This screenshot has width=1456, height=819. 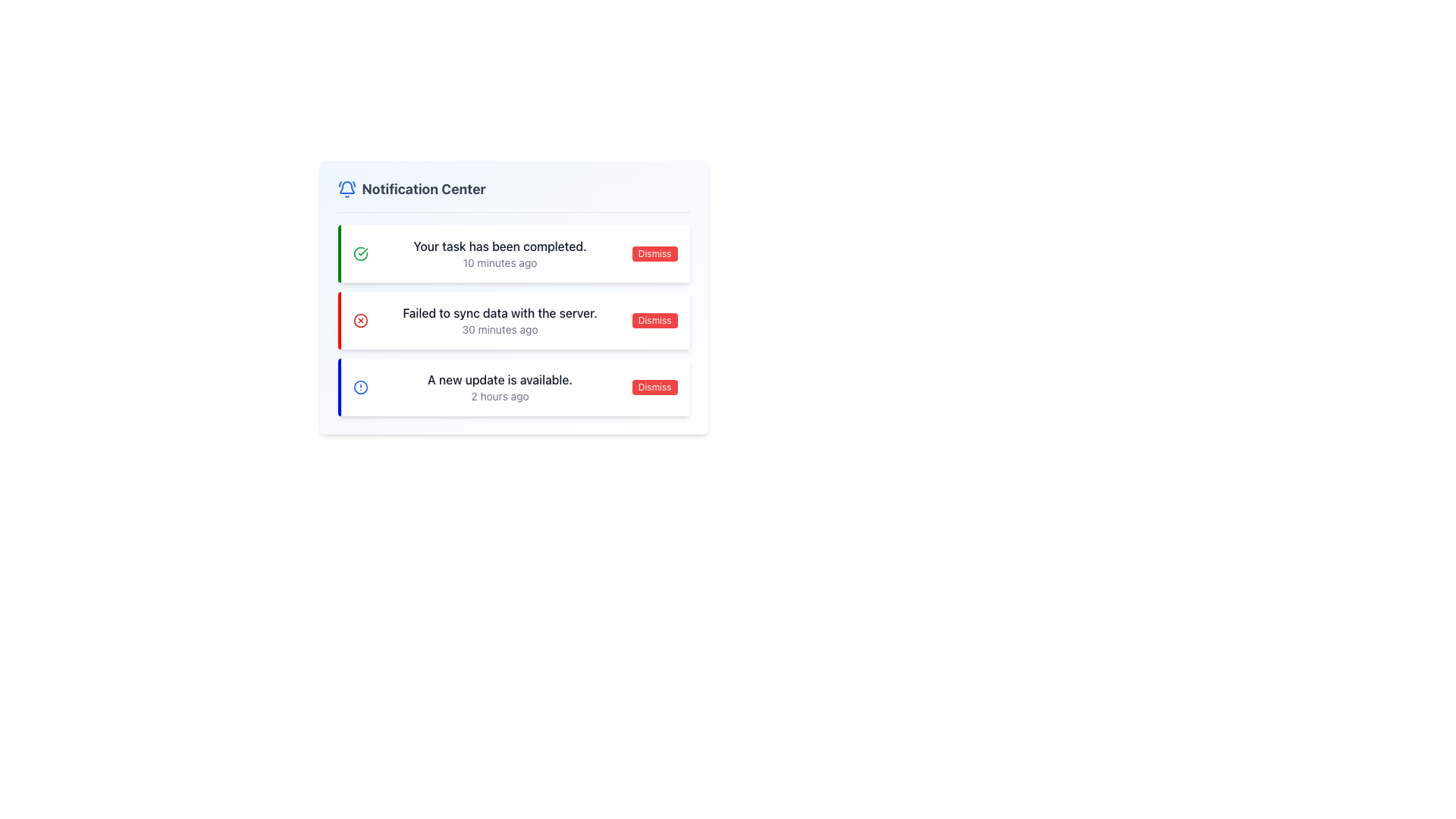 I want to click on the text label that indicates the successful completion of a task, located in the notification card above the timestamp '10 minutes ago.', so click(x=500, y=245).